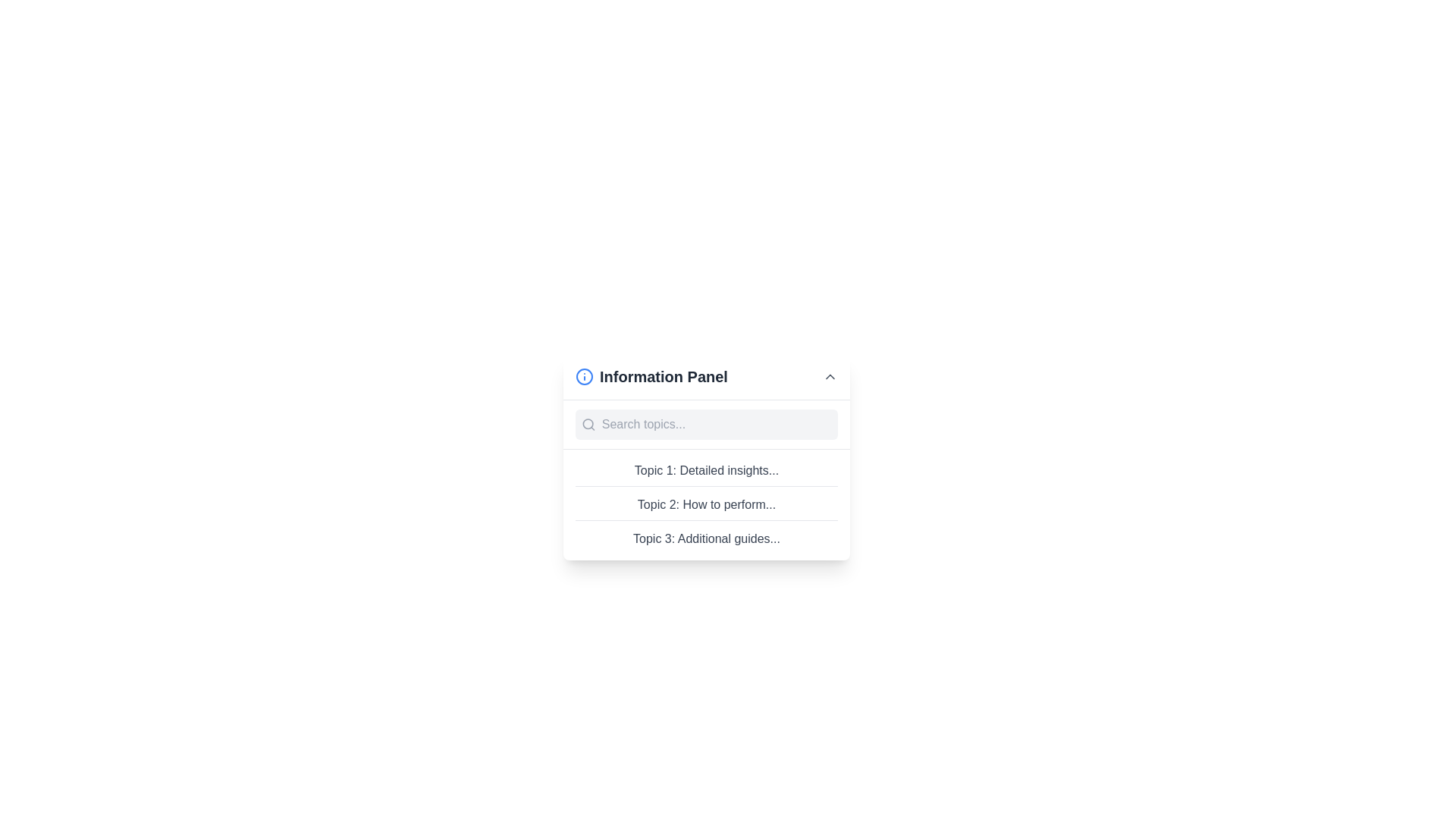 This screenshot has width=1456, height=819. What do you see at coordinates (705, 508) in the screenshot?
I see `the text label that reads 'Topic 2: How to perform...' which is styled in dark gray on a light background, located centrally below the title 'Information Panel' and the search bar` at bounding box center [705, 508].